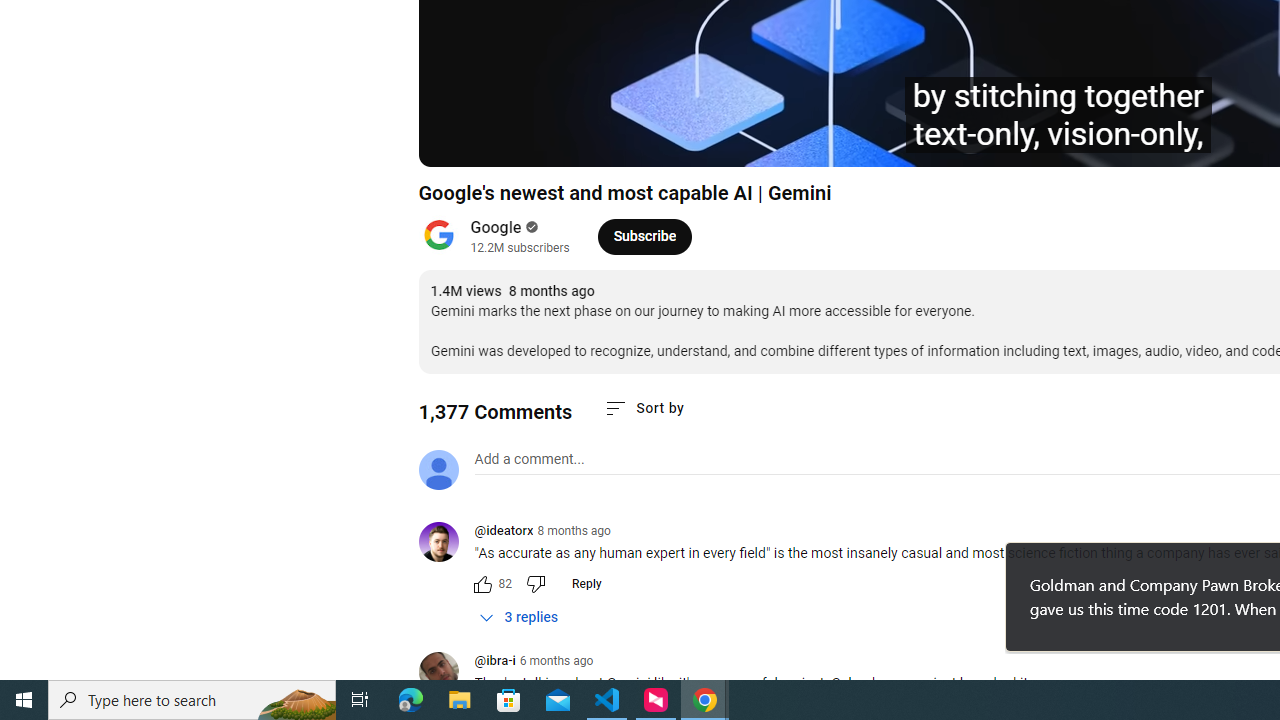 Image resolution: width=1280 pixels, height=720 pixels. I want to click on 'Default profile photo', so click(438, 470).